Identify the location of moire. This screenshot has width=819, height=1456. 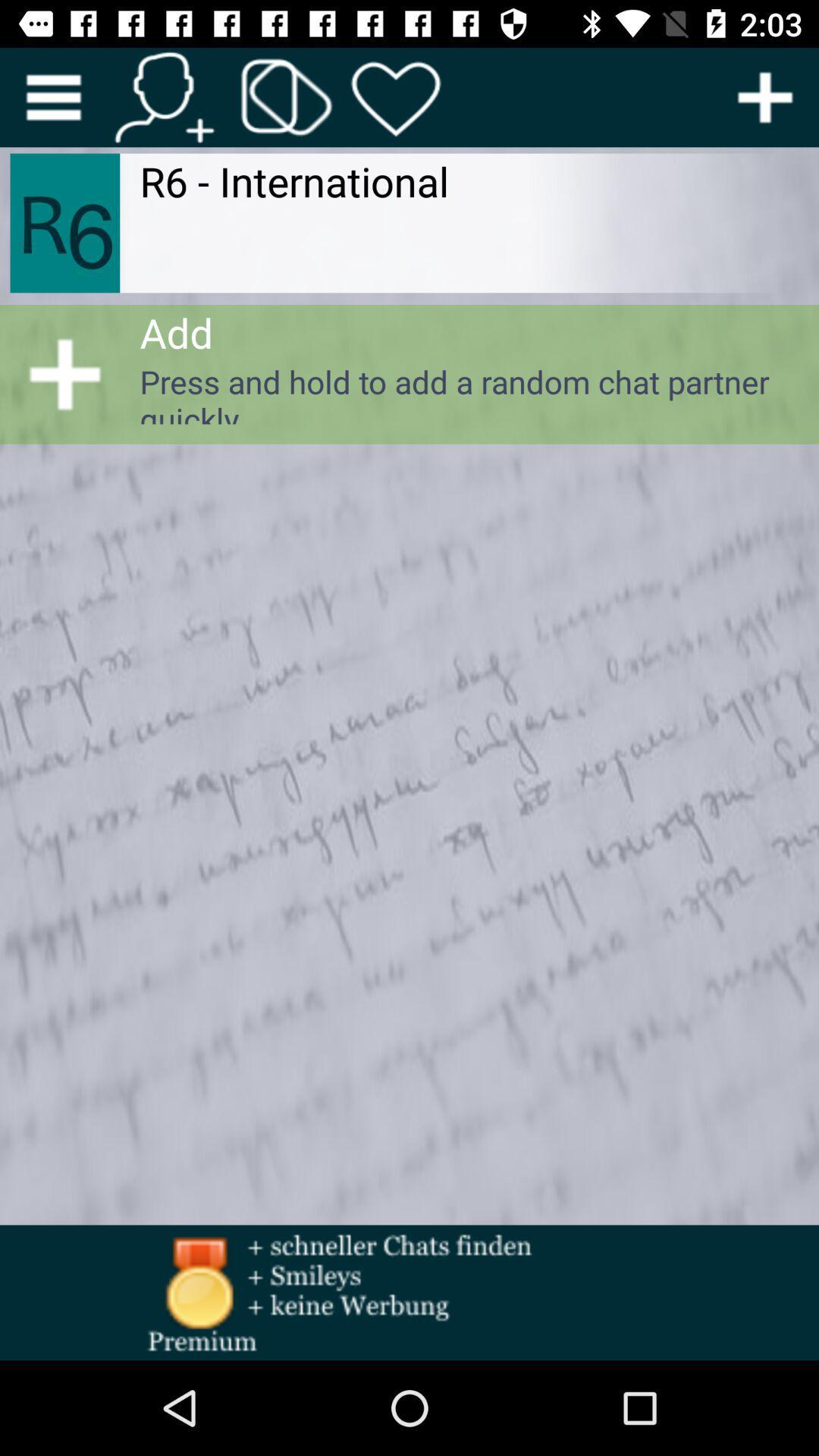
(765, 96).